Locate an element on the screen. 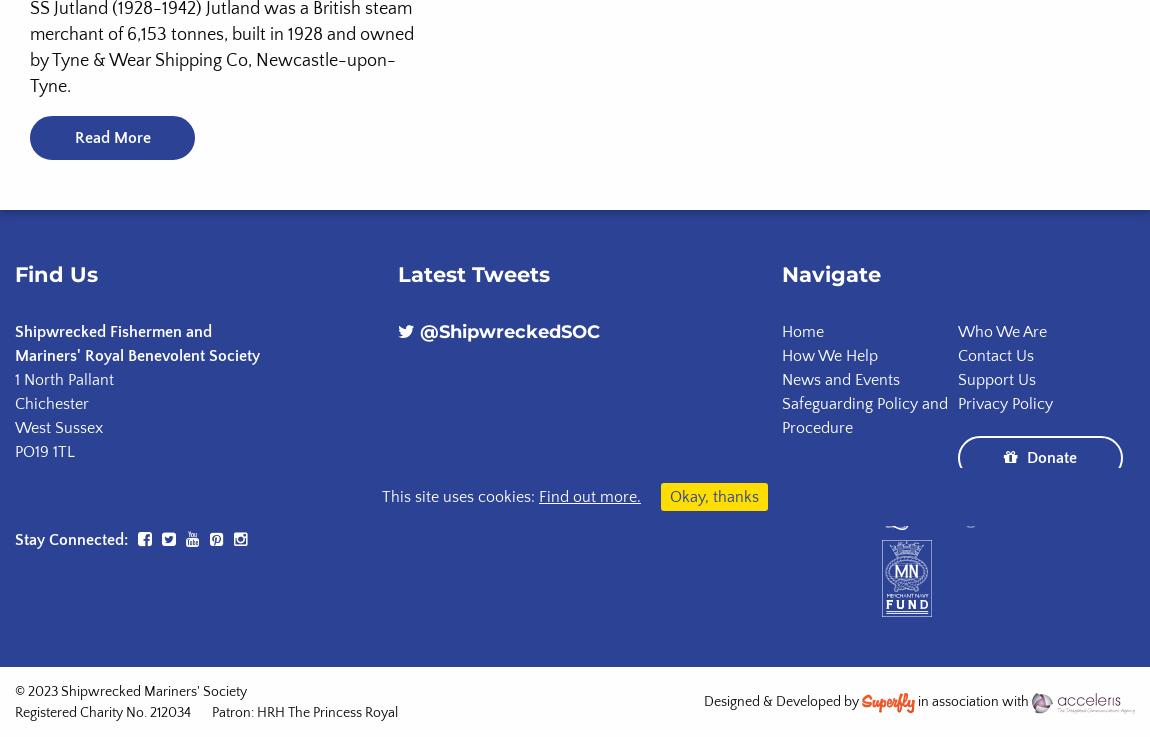 This screenshot has height=737, width=1150. 'Grants:' is located at coordinates (39, 514).